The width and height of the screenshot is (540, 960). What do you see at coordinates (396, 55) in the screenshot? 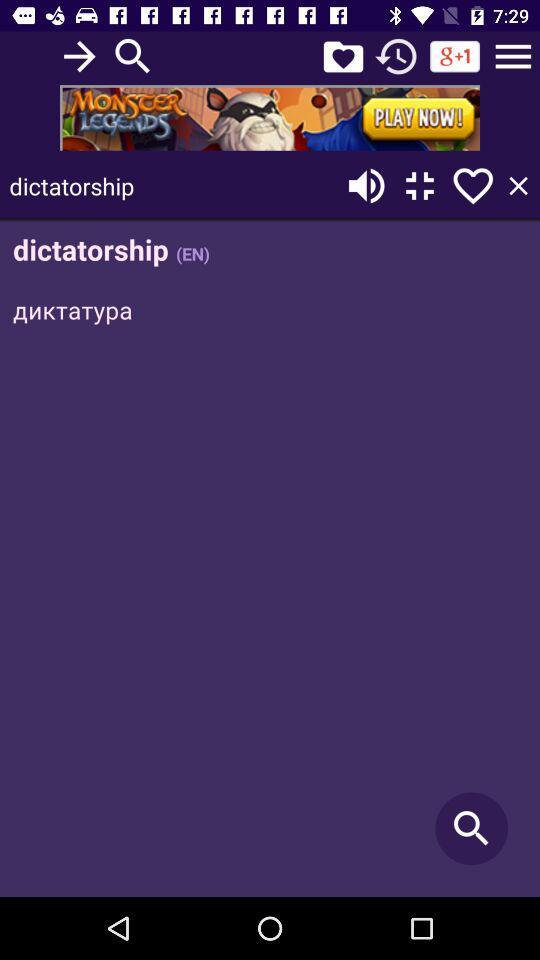
I see `the history icon` at bounding box center [396, 55].